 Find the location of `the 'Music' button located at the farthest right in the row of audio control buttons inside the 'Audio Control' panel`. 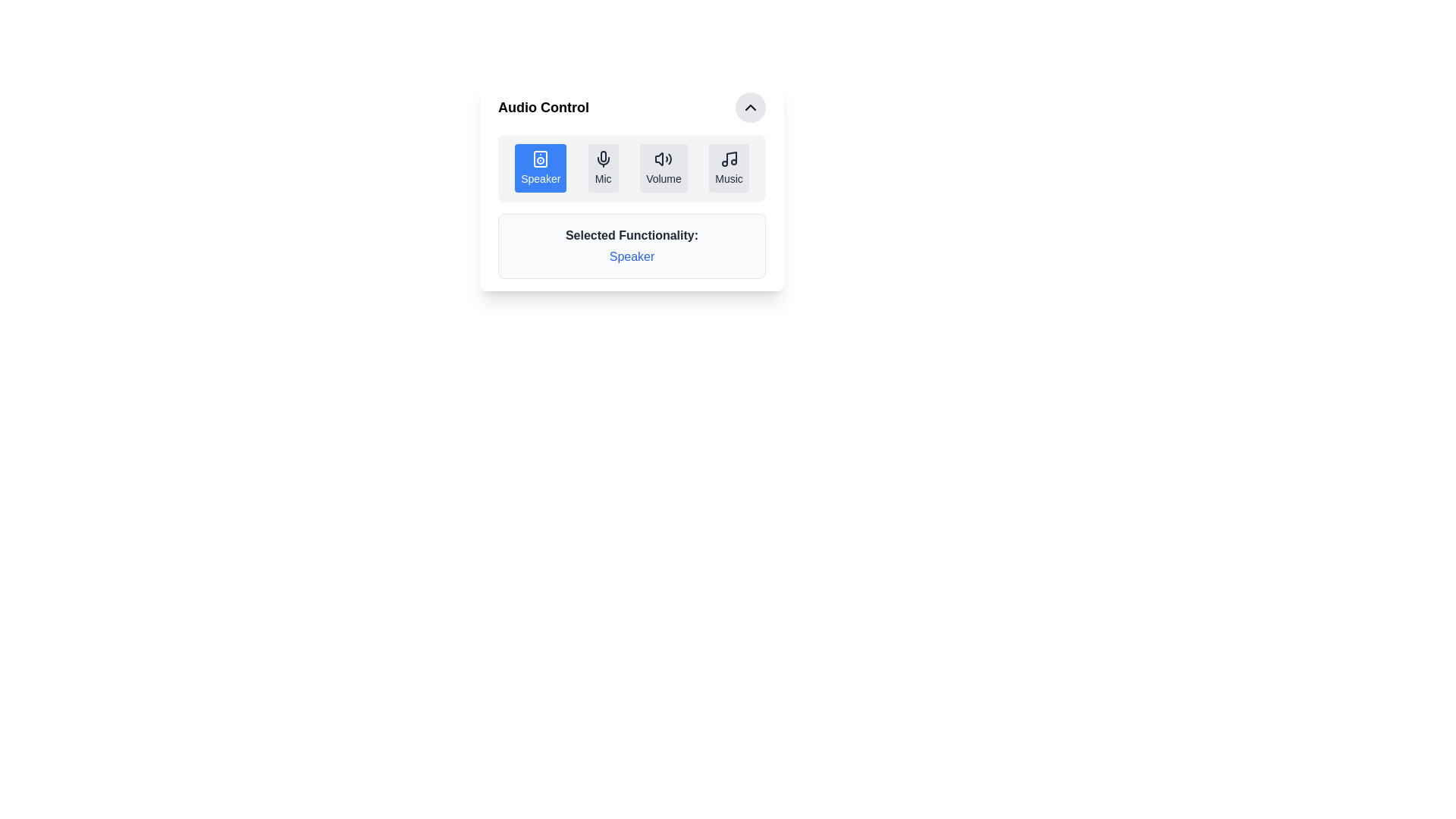

the 'Music' button located at the farthest right in the row of audio control buttons inside the 'Audio Control' panel is located at coordinates (729, 168).